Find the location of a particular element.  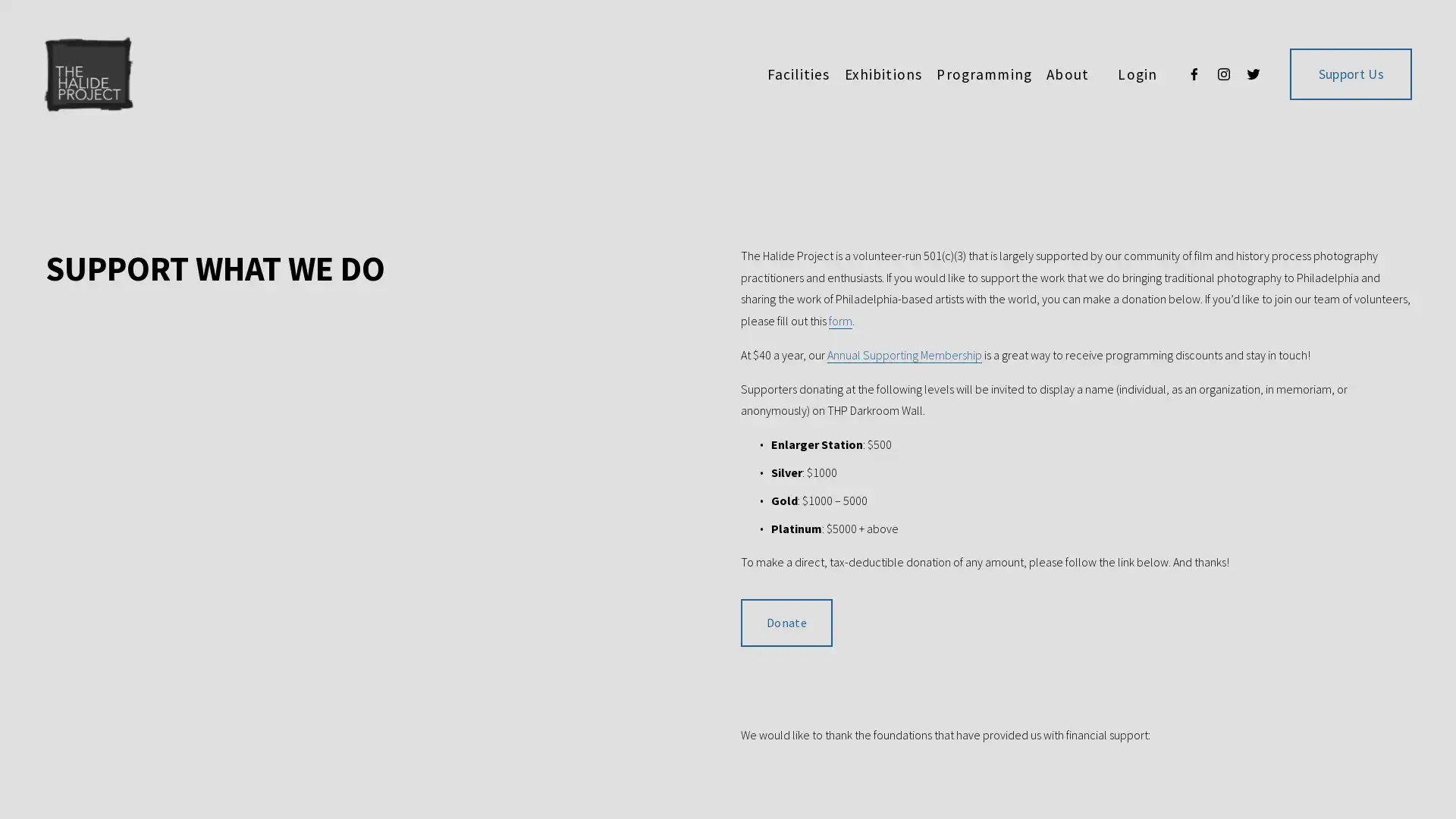

Donate is located at coordinates (786, 623).